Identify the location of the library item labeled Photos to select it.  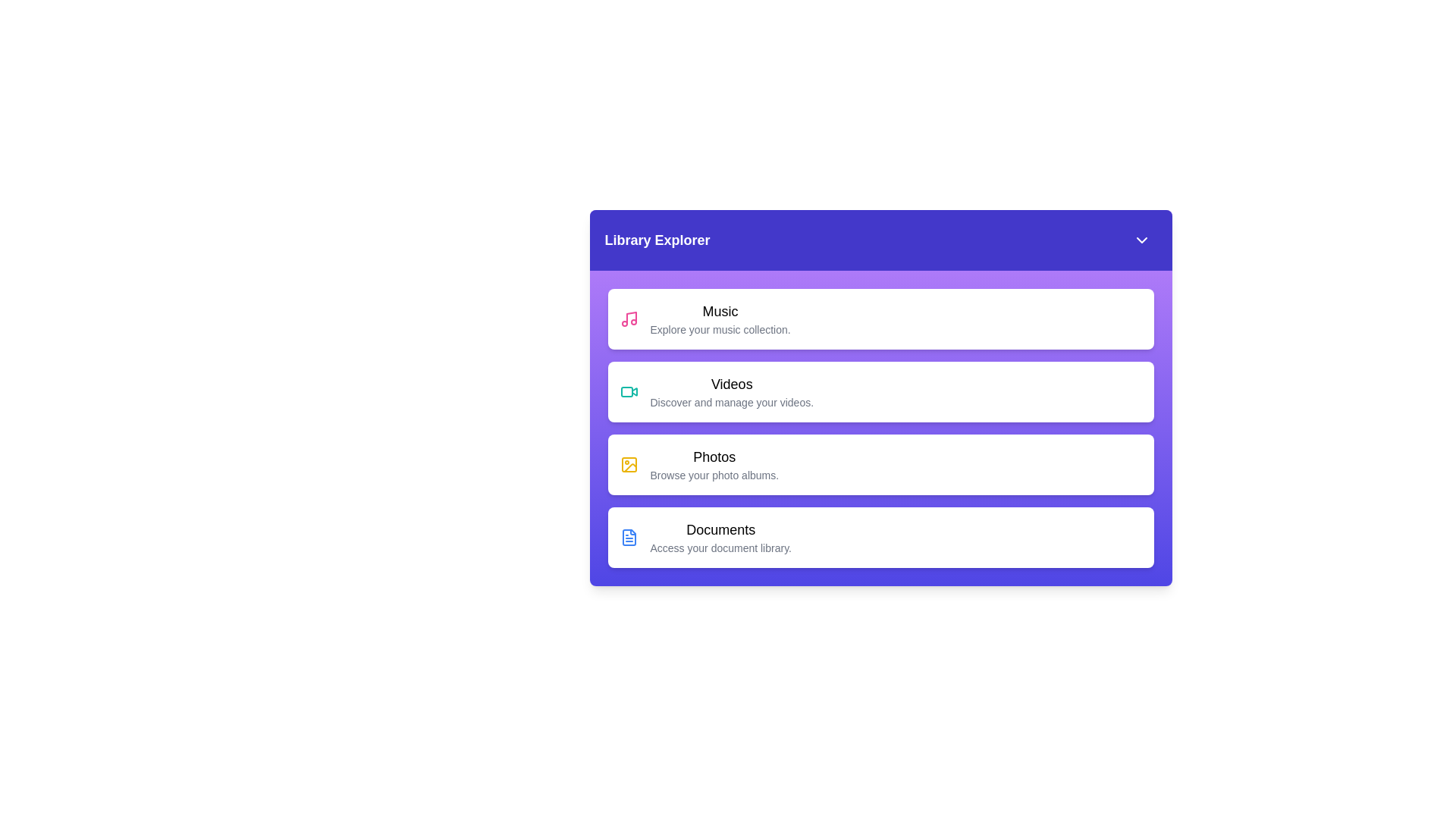
(880, 464).